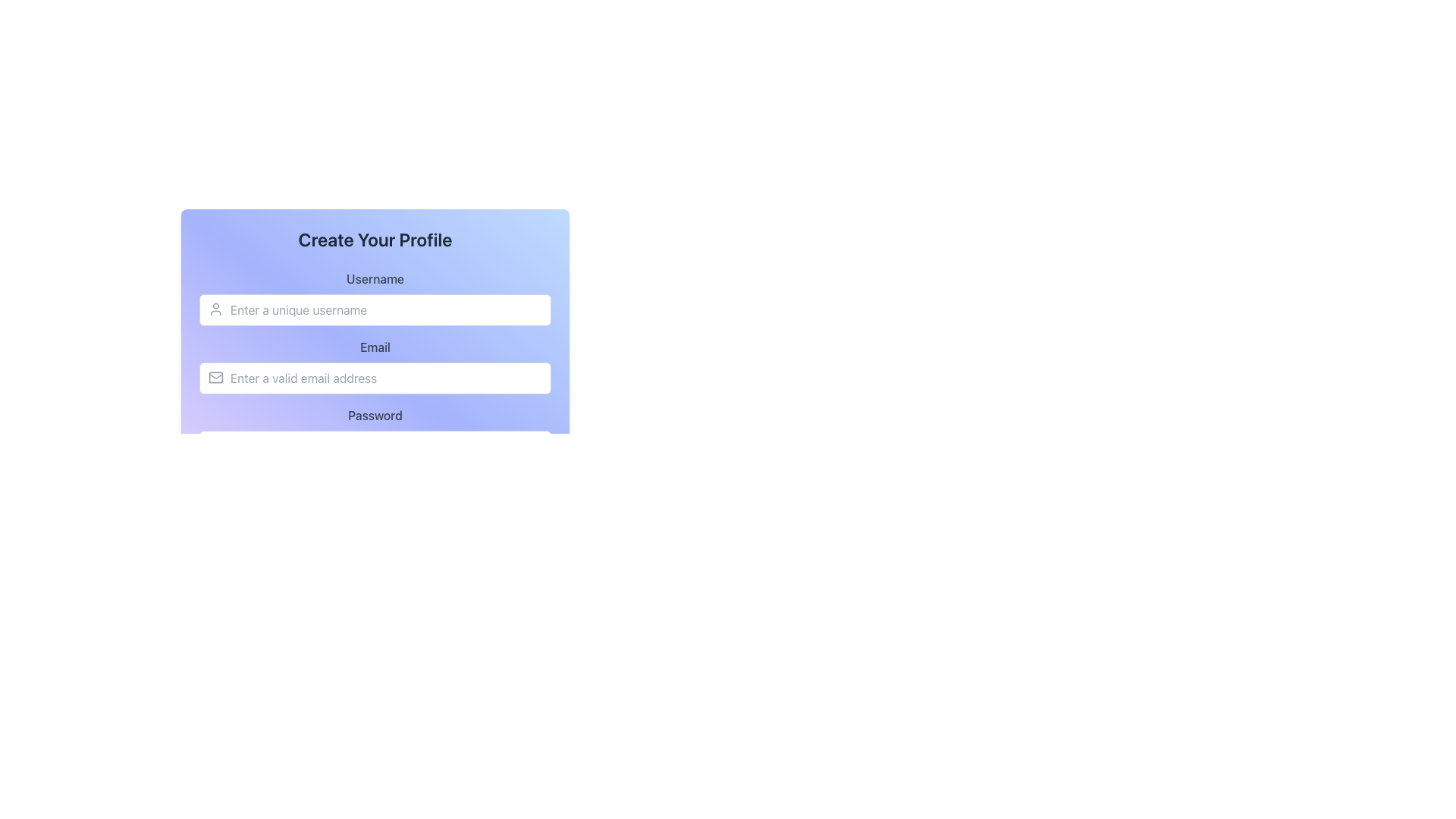 The width and height of the screenshot is (1456, 819). Describe the element at coordinates (375, 415) in the screenshot. I see `label that describes the password input field in the 'Create Your Profile' form, which is the third text element positioned below the 'Email' field` at that location.